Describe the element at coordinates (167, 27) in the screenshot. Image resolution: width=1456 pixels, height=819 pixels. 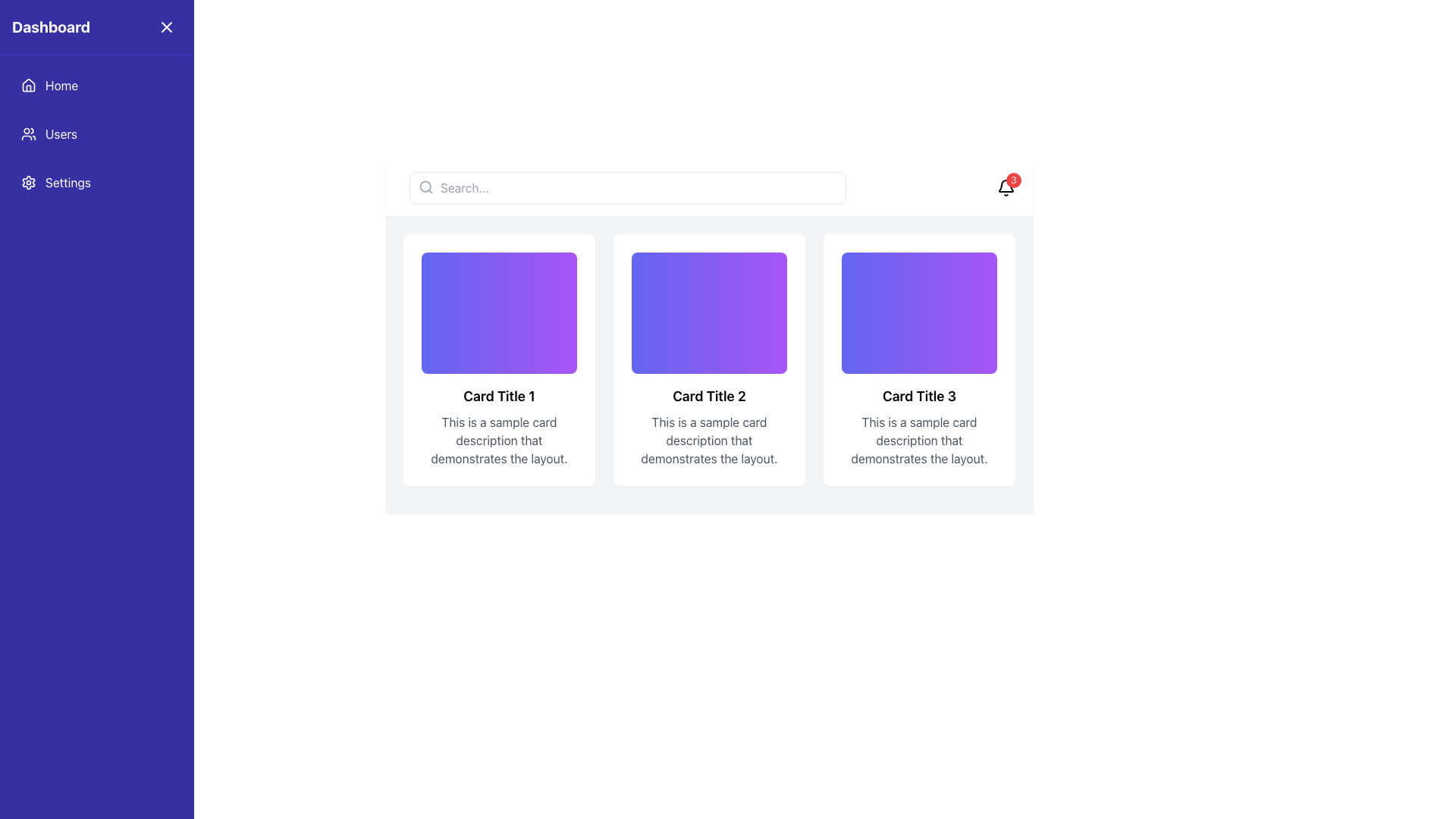
I see `the close button represented by a diagonal cross icon (SVG graphic) located at the top left corner of the interface, adjacent to the 'Dashboard' label` at that location.